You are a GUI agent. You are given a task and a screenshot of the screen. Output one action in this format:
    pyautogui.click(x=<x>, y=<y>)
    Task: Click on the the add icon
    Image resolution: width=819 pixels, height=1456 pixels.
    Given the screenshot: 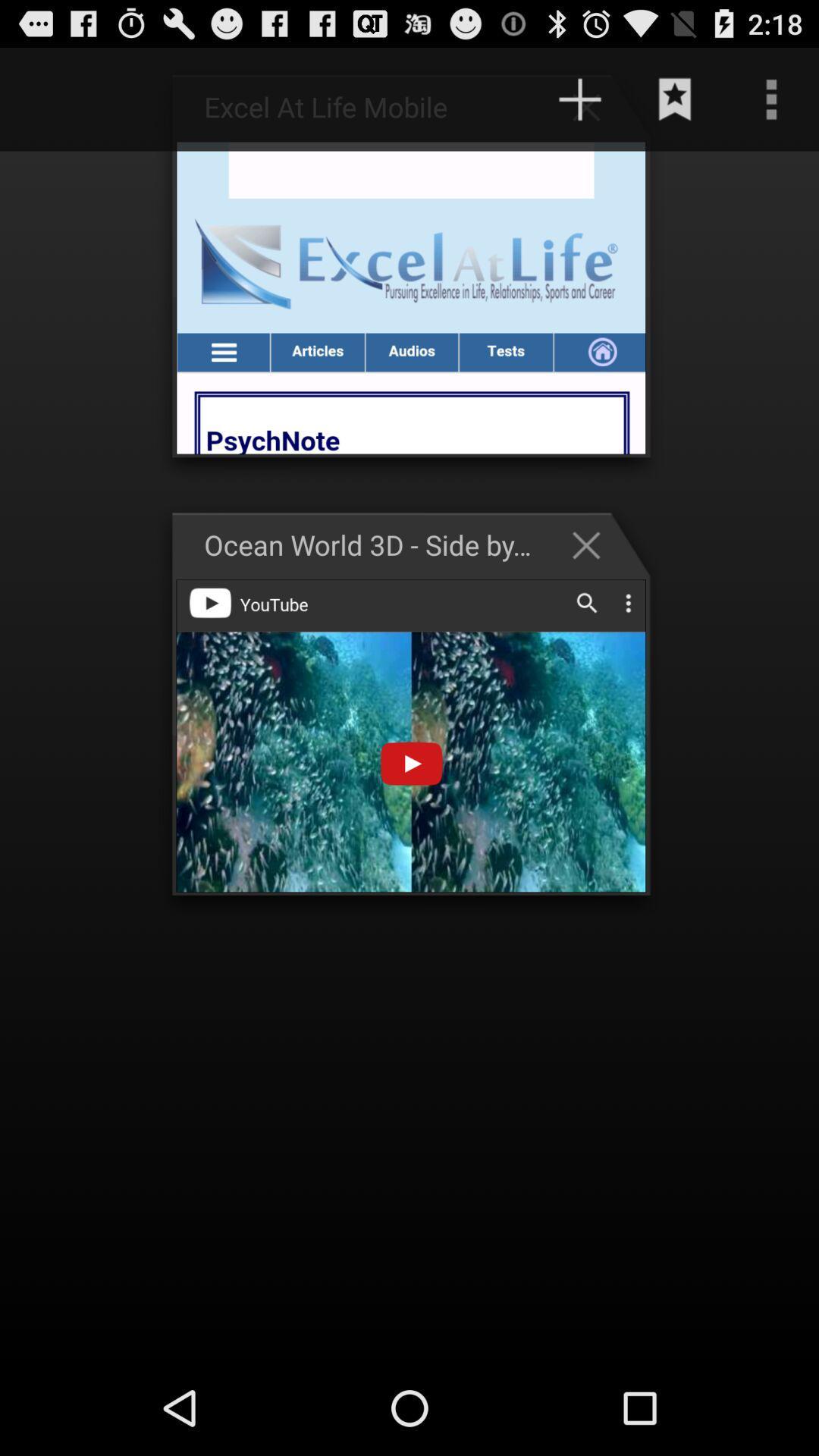 What is the action you would take?
    pyautogui.click(x=579, y=105)
    